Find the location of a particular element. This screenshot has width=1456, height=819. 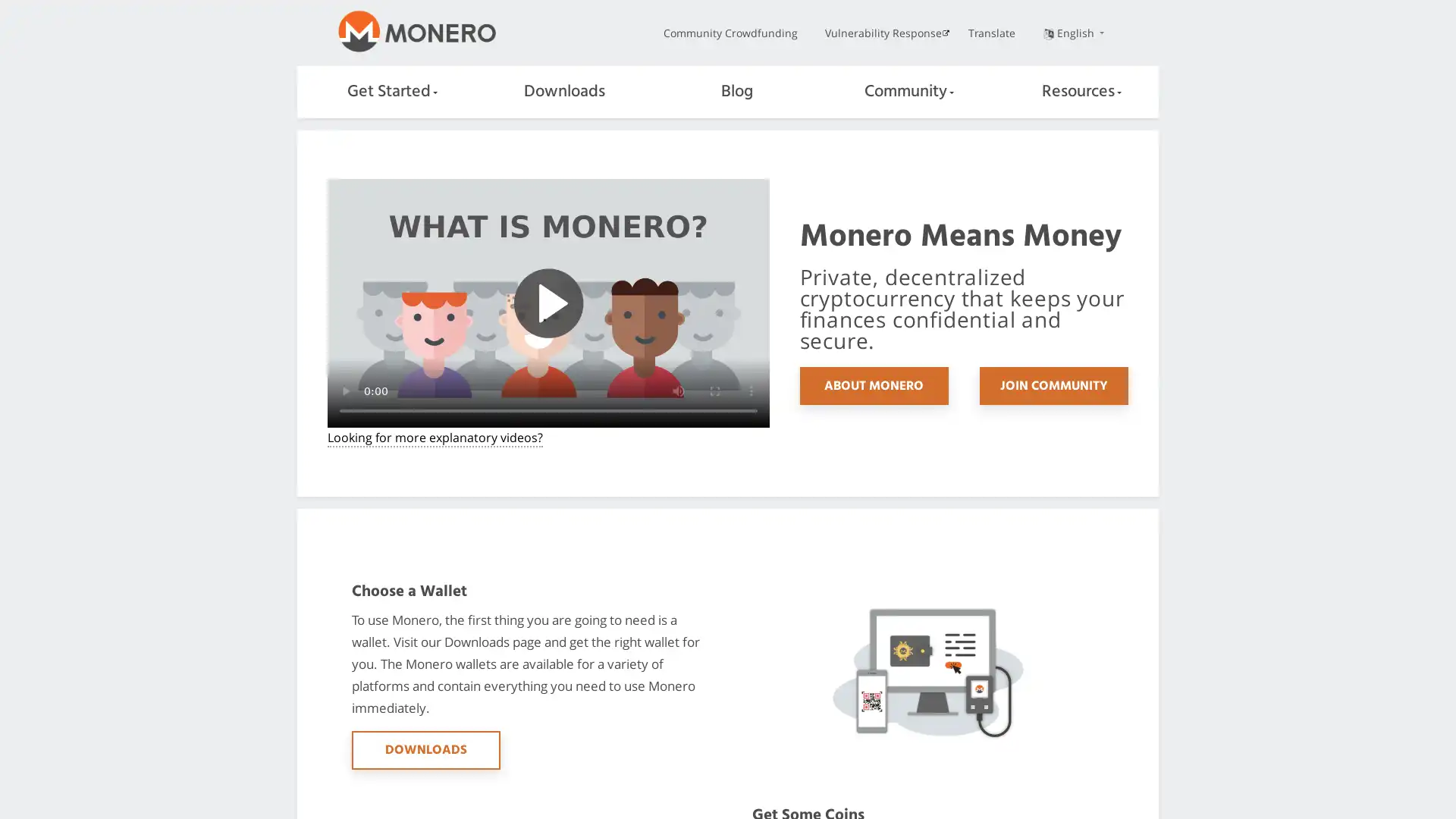

play is located at coordinates (345, 391).